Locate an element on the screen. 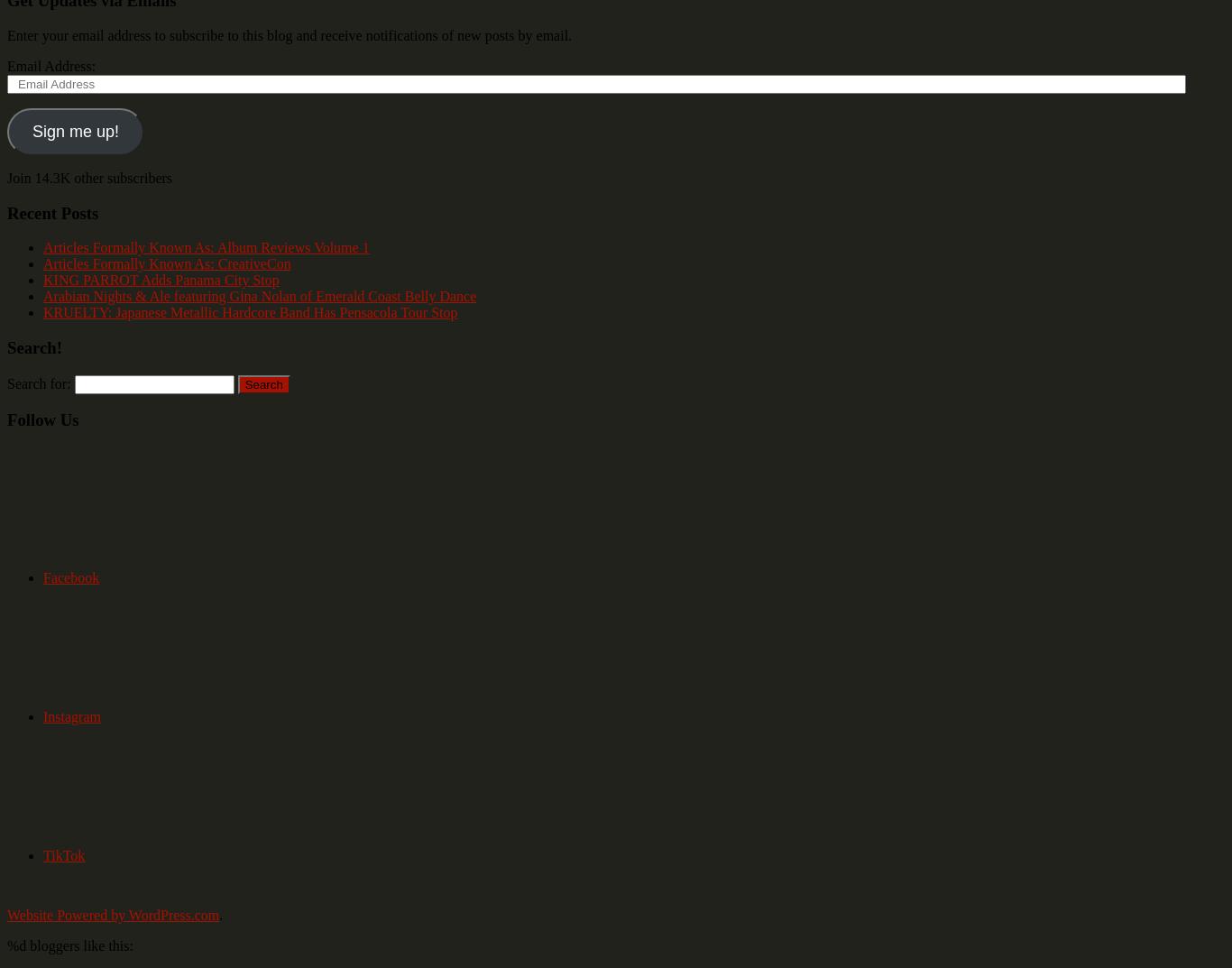  'Articles Formally Known As: Album Reviews Volume 1' is located at coordinates (206, 246).